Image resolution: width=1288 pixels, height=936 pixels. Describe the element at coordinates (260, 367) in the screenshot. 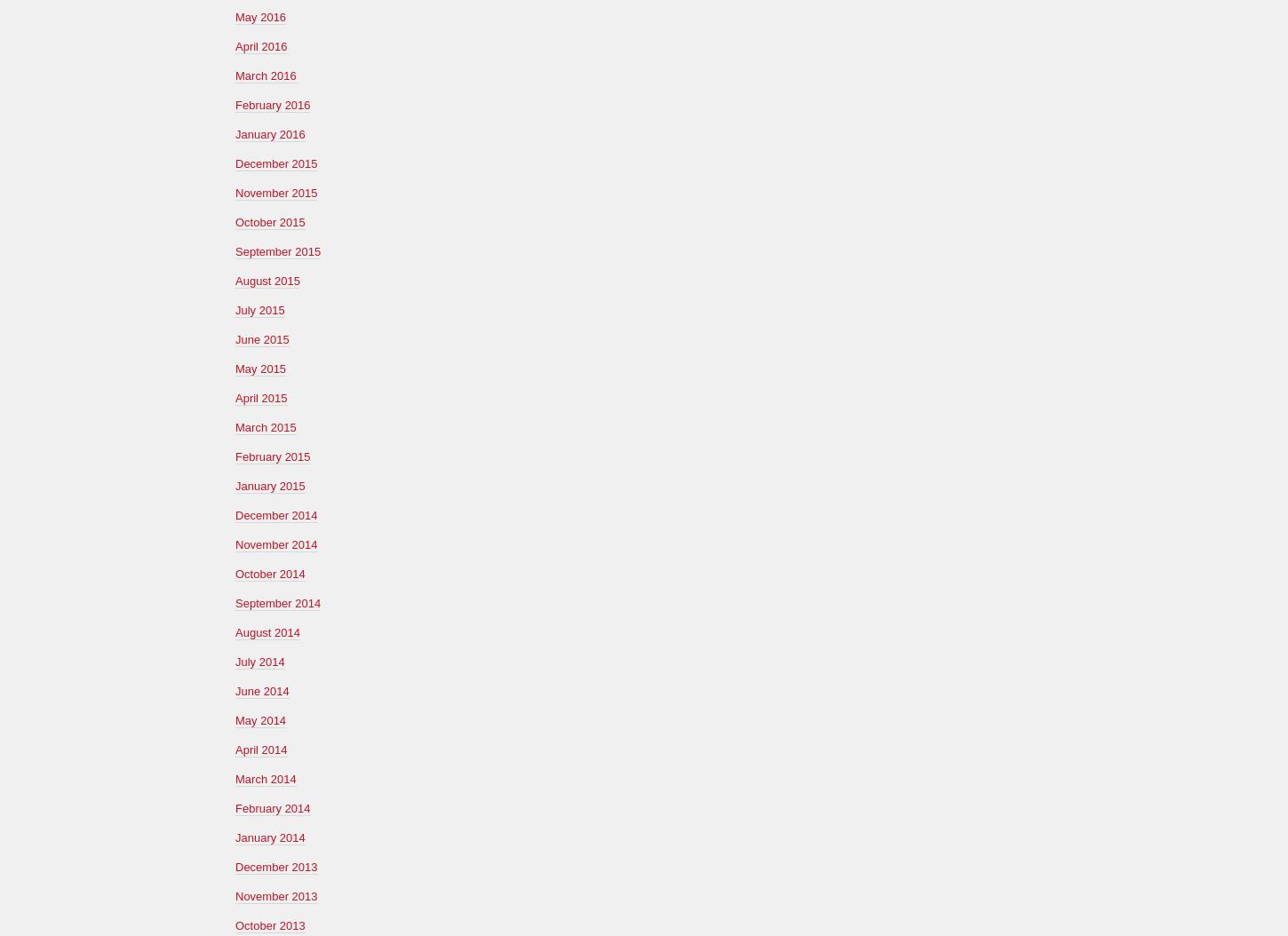

I see `'May 2015'` at that location.